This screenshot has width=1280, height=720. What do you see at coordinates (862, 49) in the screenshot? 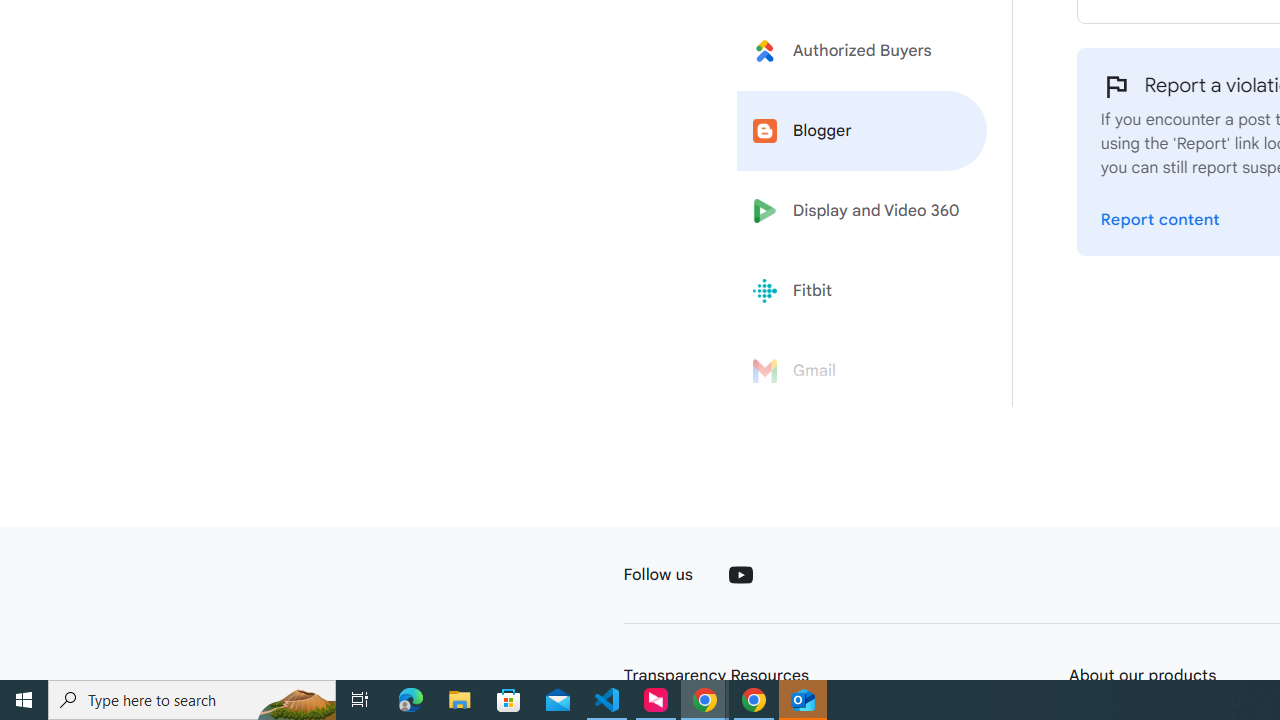
I see `'Learn more about Authorized Buyers'` at bounding box center [862, 49].